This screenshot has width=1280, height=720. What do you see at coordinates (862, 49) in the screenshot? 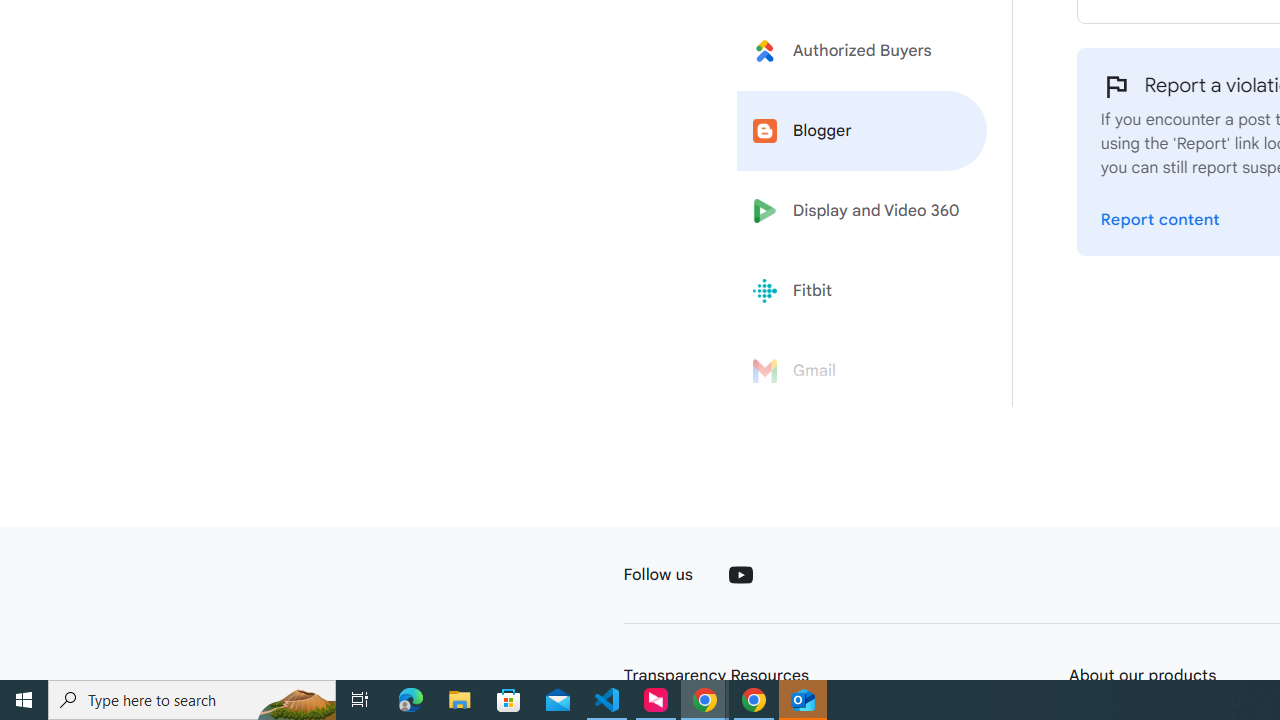
I see `'Learn more about Authorized Buyers'` at bounding box center [862, 49].